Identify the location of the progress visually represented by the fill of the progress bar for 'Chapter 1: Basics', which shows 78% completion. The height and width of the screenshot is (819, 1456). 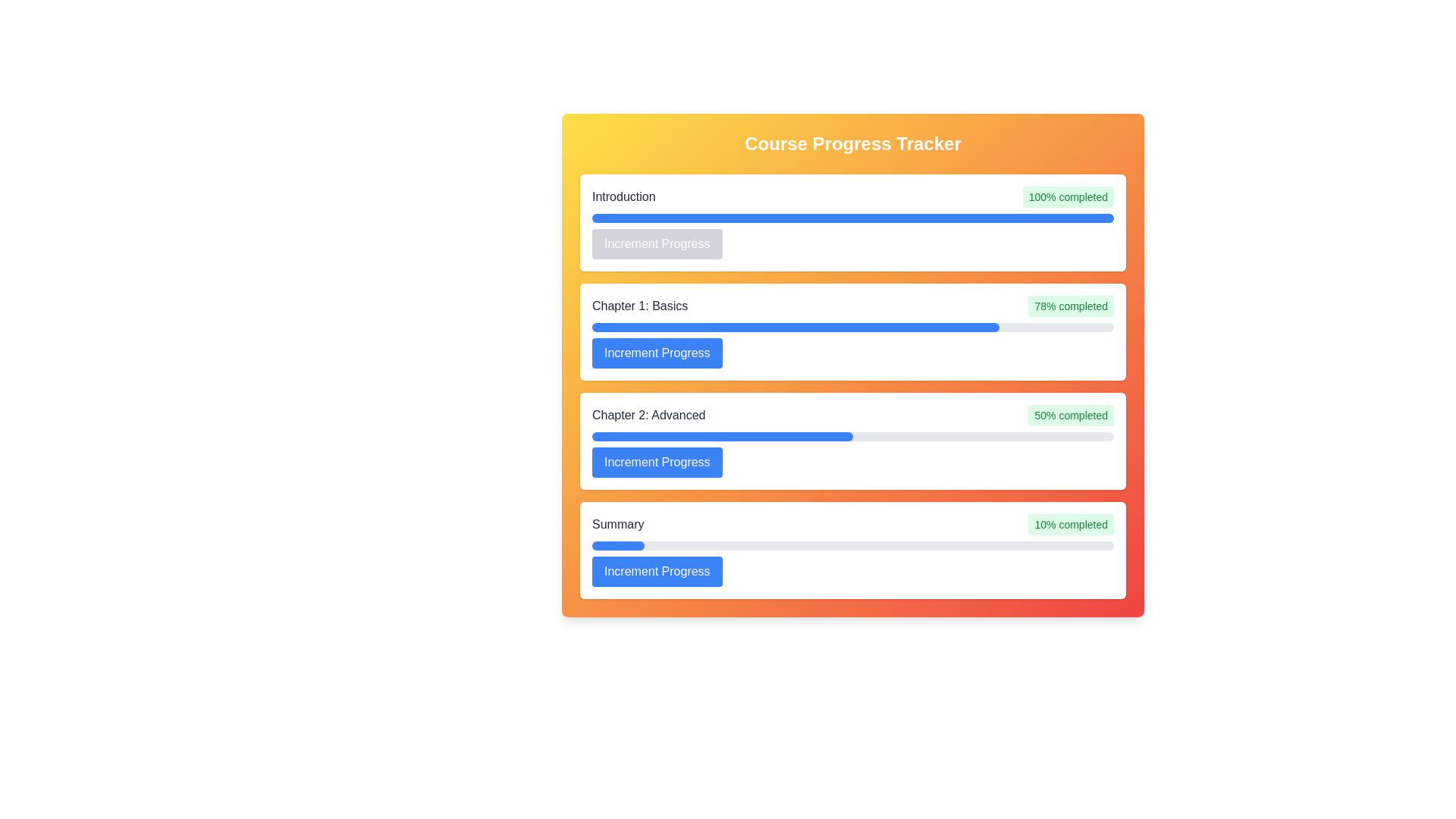
(795, 327).